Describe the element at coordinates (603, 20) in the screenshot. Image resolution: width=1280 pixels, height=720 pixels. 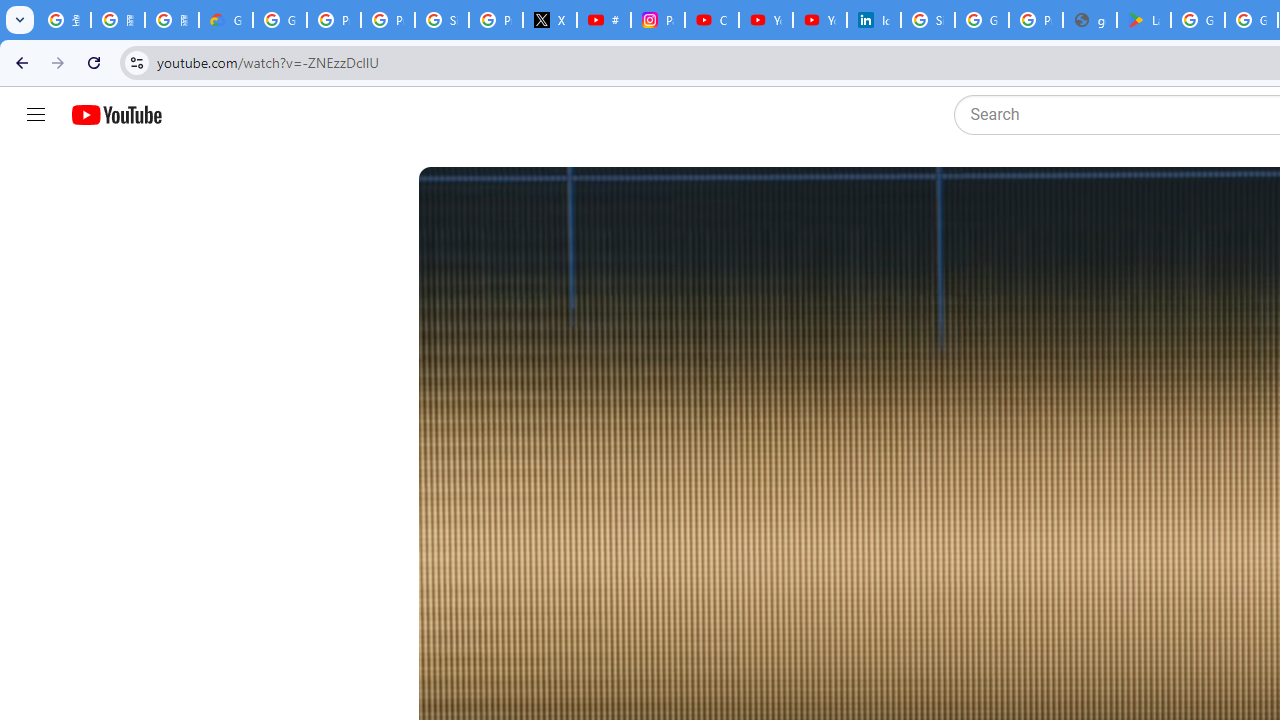
I see `'#nbabasketballhighlights - YouTube'` at that location.